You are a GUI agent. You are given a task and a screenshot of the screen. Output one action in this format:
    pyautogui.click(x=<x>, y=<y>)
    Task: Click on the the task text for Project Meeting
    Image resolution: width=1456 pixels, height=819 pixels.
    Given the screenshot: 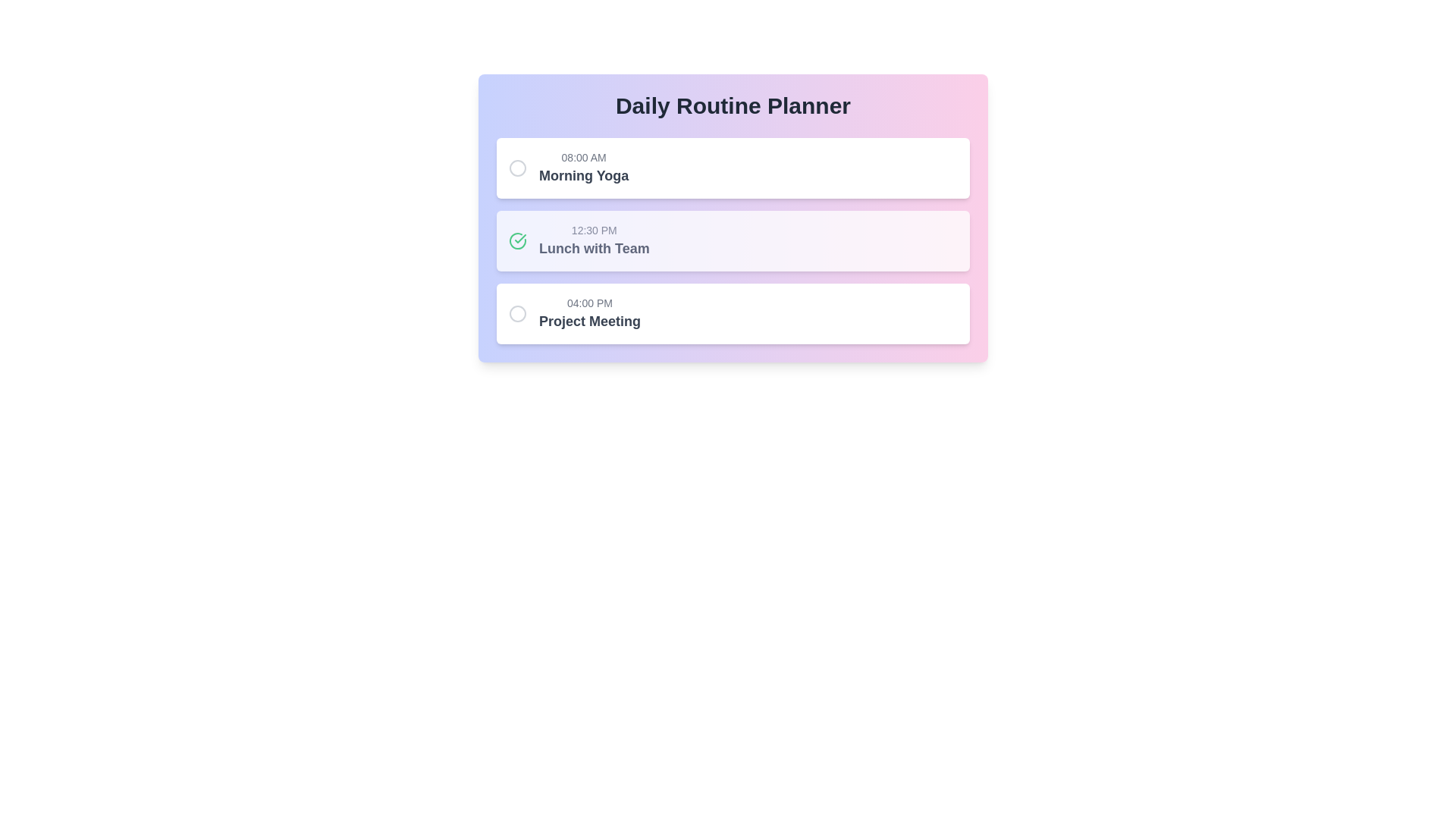 What is the action you would take?
    pyautogui.click(x=588, y=312)
    